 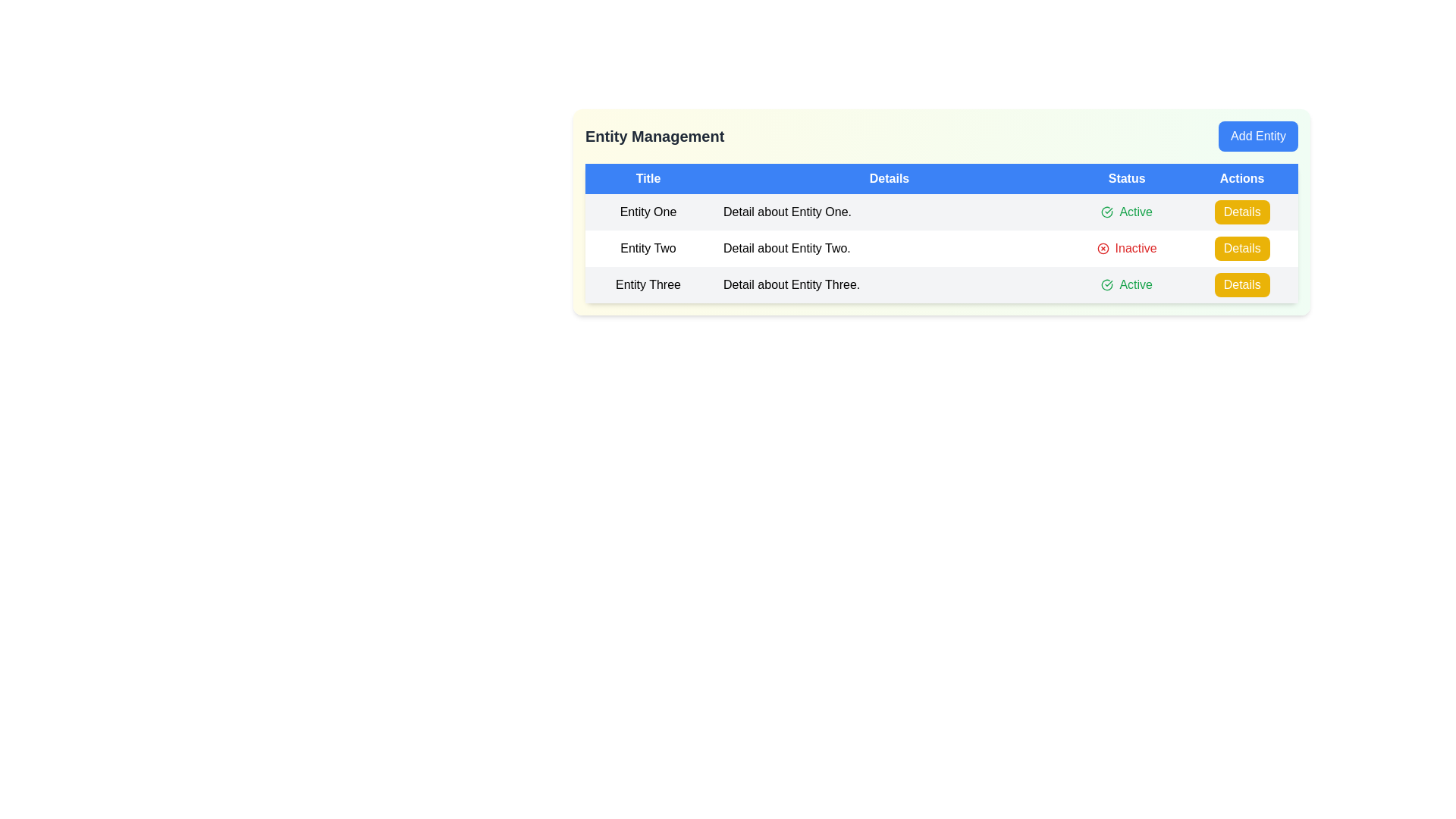 What do you see at coordinates (941, 284) in the screenshot?
I see `the third row of the table under 'Entity Management' that displays details about 'Entity Three'` at bounding box center [941, 284].